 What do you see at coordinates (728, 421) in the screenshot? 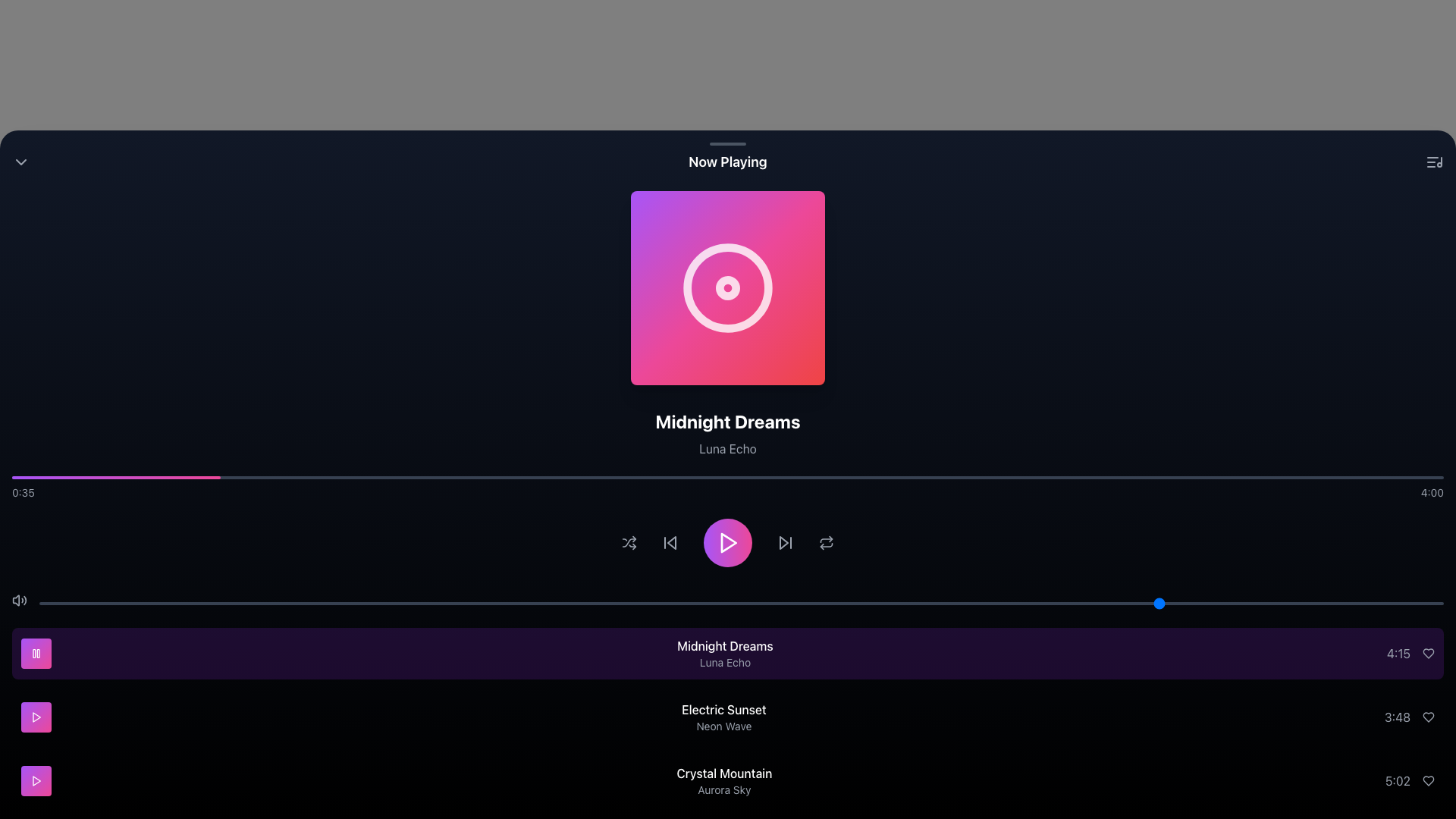
I see `the text label 'Midnight Dreams', which is styled in a bold and large white font, centrally positioned in the upper middle of the interface` at bounding box center [728, 421].